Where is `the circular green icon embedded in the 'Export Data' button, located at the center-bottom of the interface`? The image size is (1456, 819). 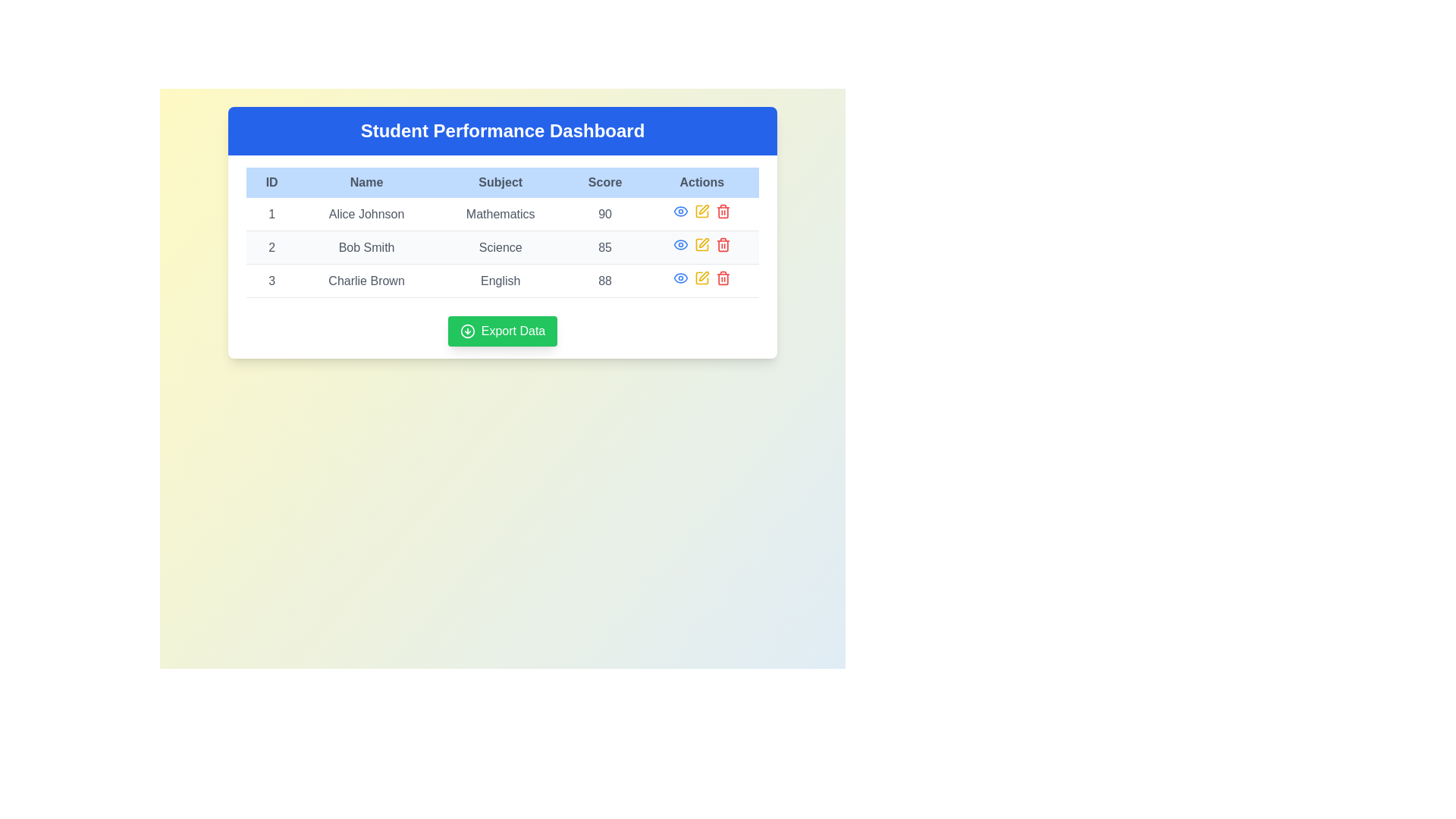
the circular green icon embedded in the 'Export Data' button, located at the center-bottom of the interface is located at coordinates (466, 330).